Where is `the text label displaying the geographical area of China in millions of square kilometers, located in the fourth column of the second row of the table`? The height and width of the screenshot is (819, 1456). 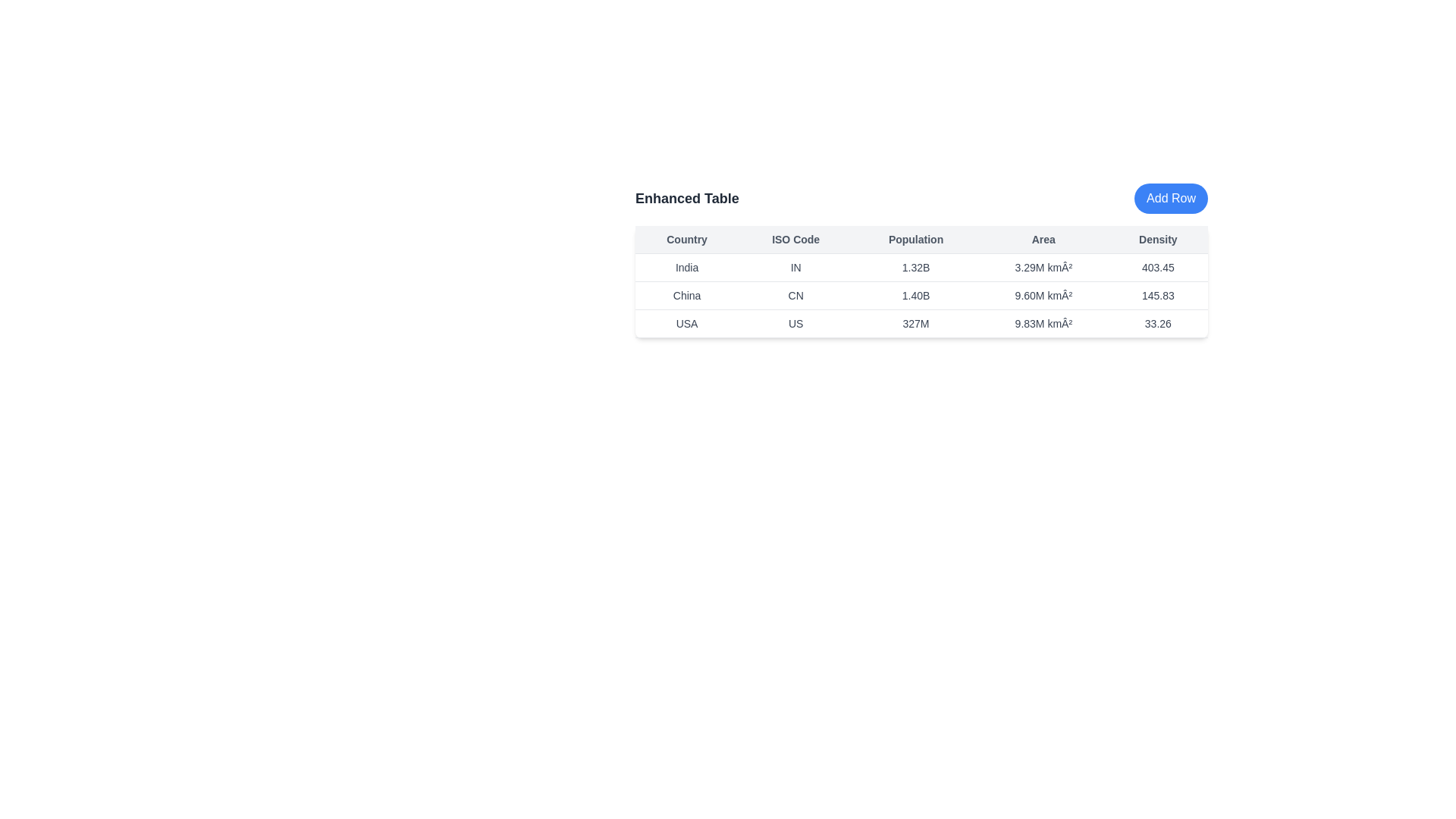
the text label displaying the geographical area of China in millions of square kilometers, located in the fourth column of the second row of the table is located at coordinates (1043, 295).